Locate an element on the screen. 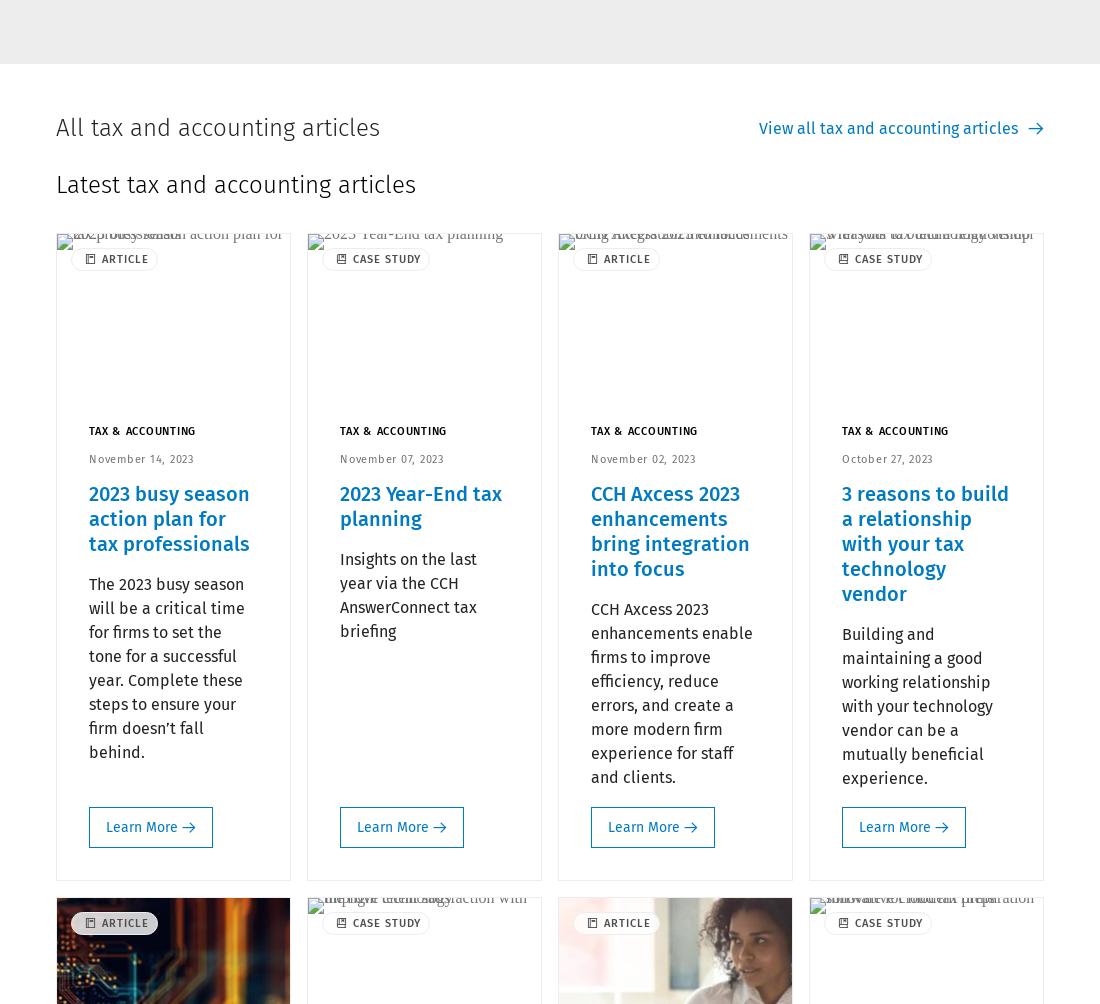 Image resolution: width=1100 pixels, height=1004 pixels. 'Latest tax and accounting articles' is located at coordinates (235, 183).